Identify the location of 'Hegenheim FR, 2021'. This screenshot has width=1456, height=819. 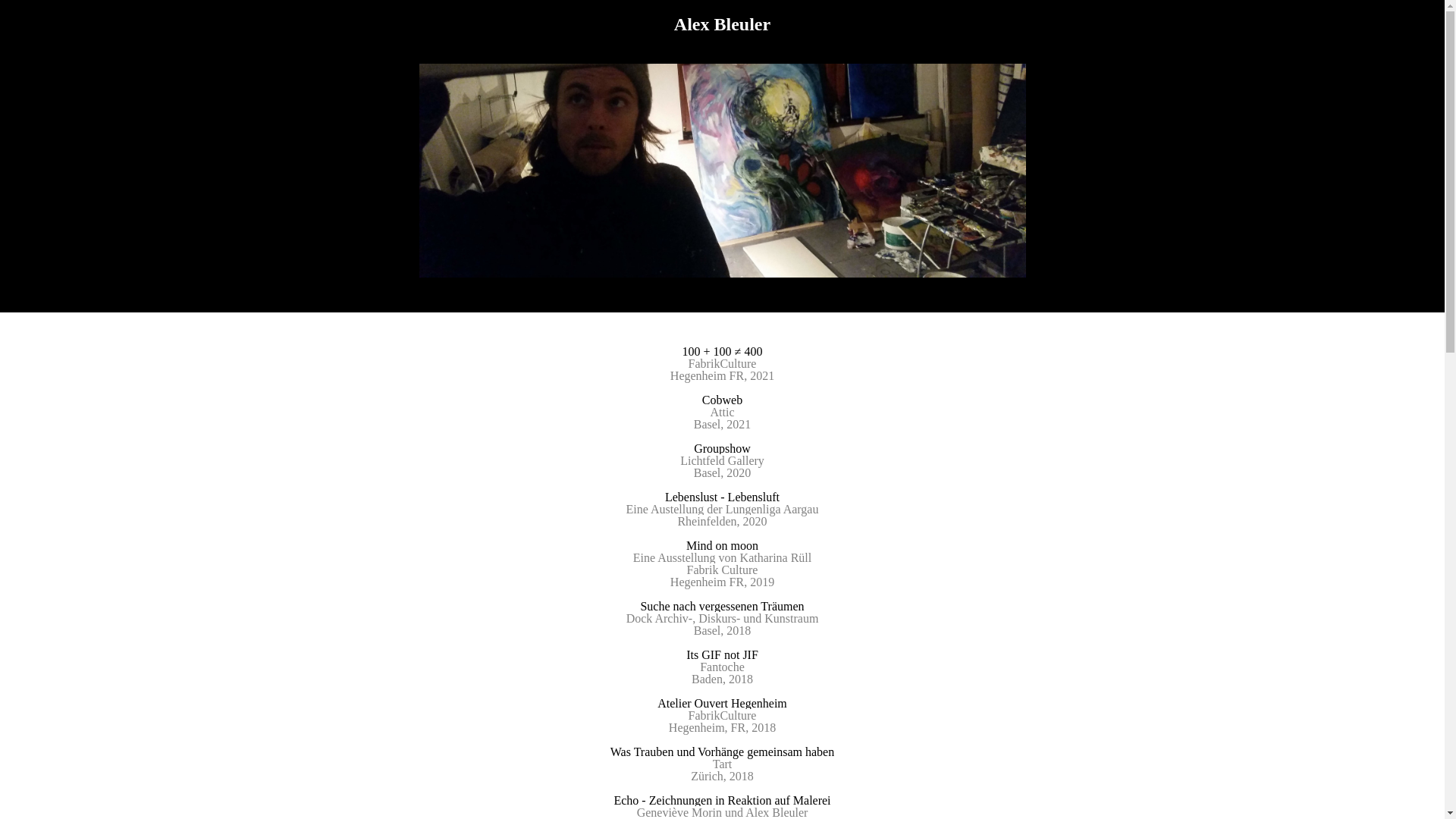
(721, 375).